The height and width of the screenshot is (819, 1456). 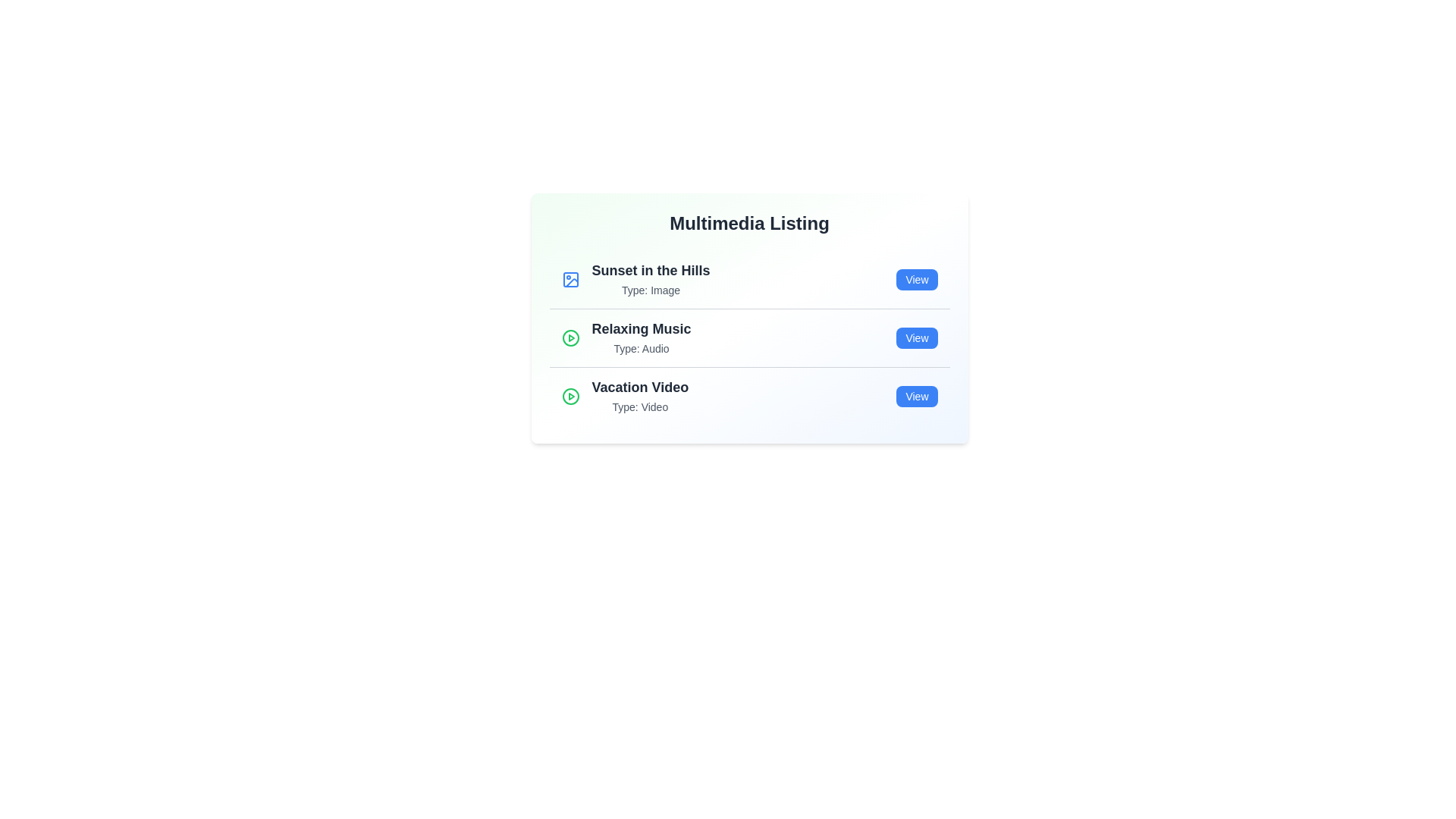 I want to click on 'View' button for the multimedia item Sunset in the Hills, so click(x=916, y=280).